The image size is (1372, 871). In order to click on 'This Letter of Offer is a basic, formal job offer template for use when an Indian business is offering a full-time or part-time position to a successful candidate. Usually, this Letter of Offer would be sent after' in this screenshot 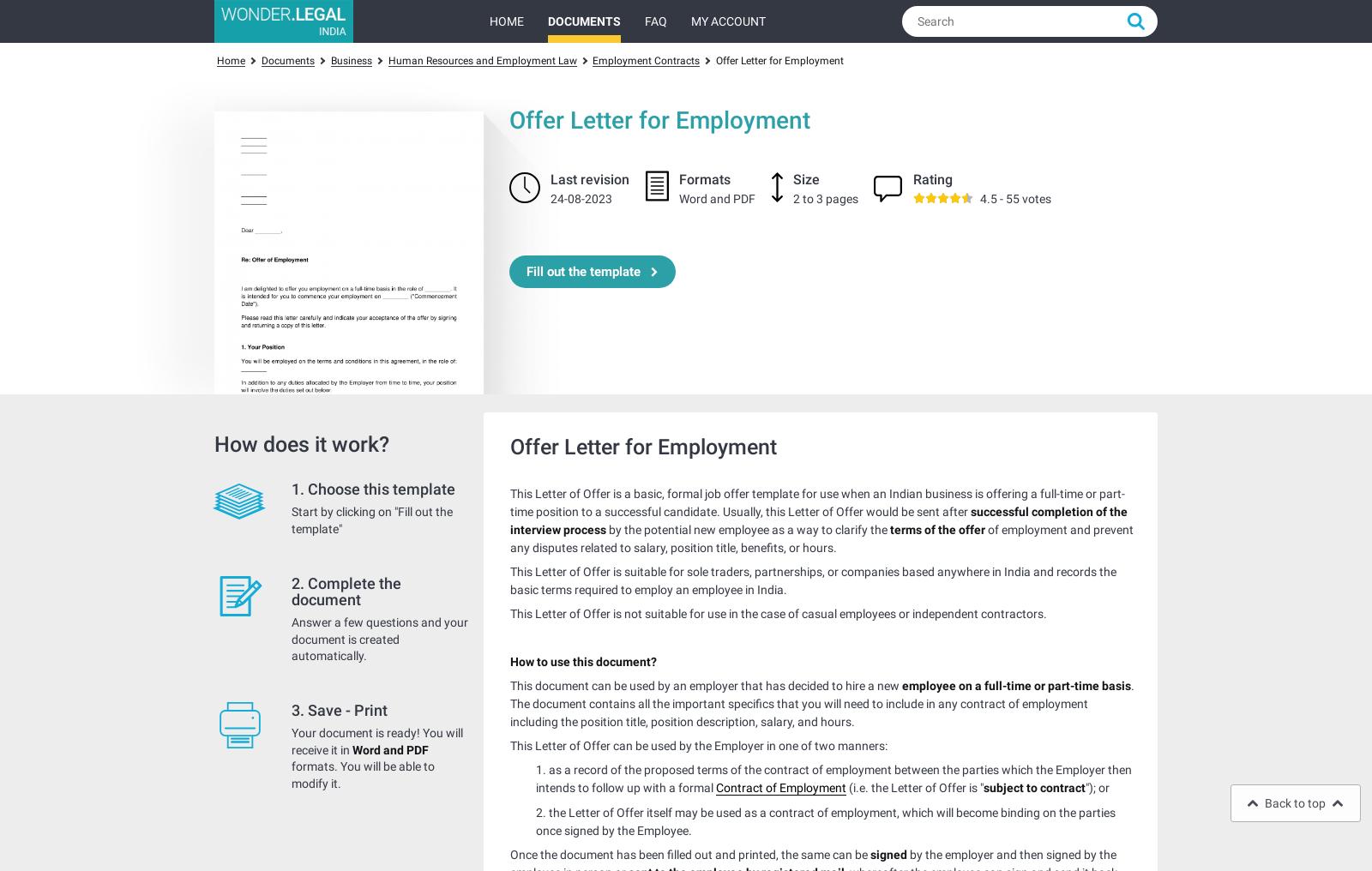, I will do `click(816, 502)`.